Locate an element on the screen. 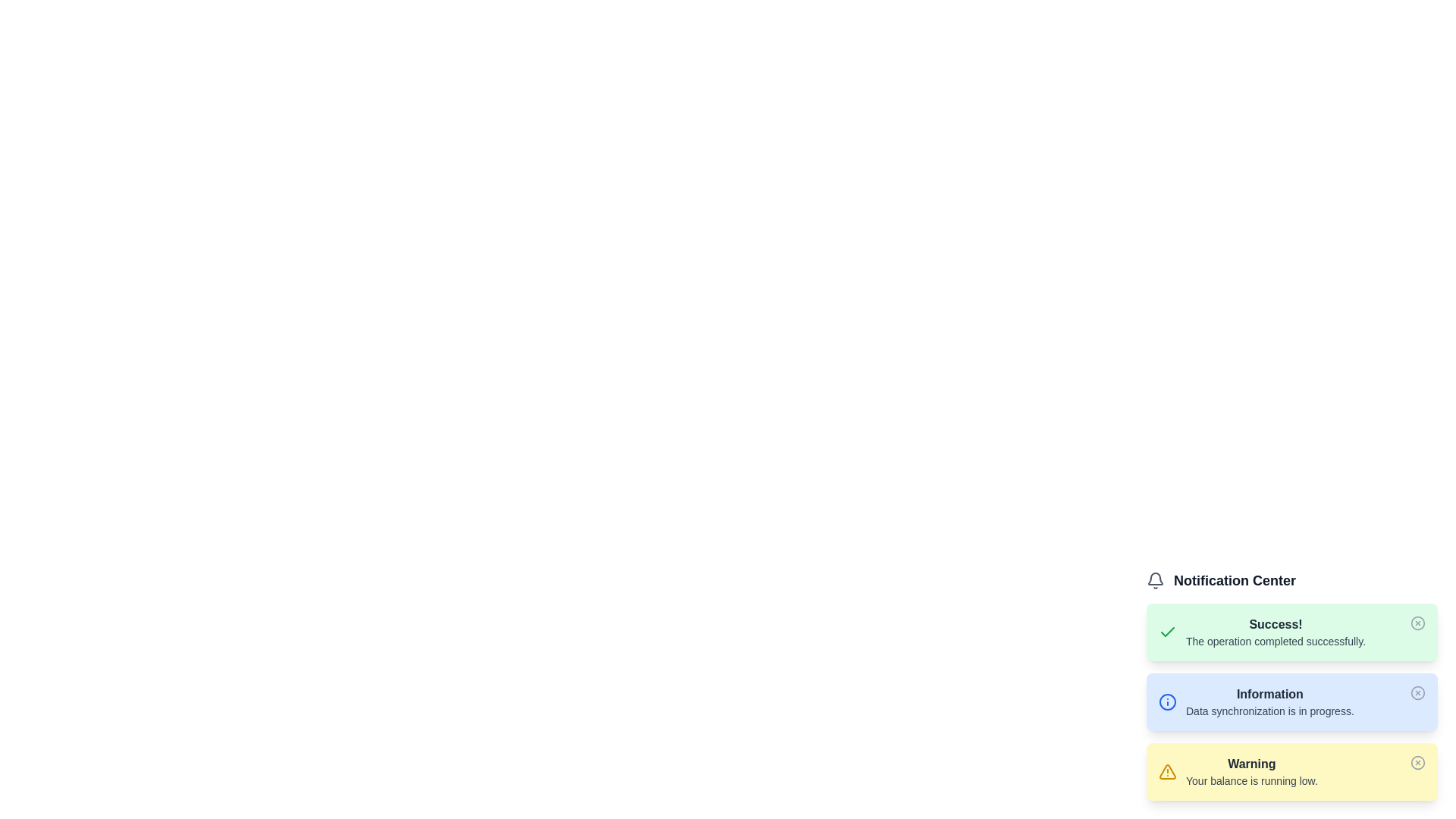 The image size is (1456, 819). warning notification which is the third notification card in the Notification Center, featuring a light yellow background, a warning icon, and a title that reads 'Warning' is located at coordinates (1291, 772).